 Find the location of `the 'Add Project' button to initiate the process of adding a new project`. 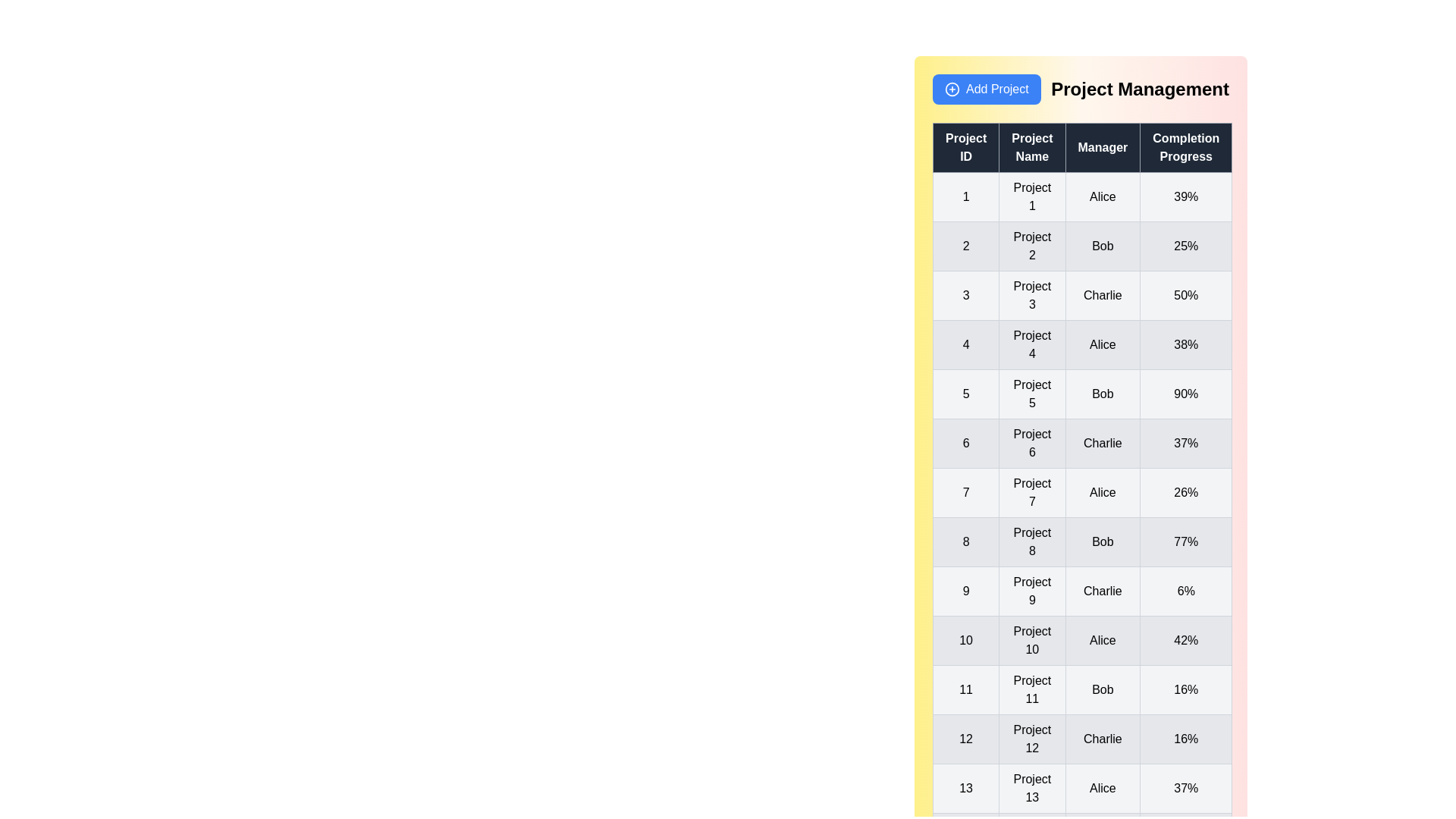

the 'Add Project' button to initiate the process of adding a new project is located at coordinates (987, 89).